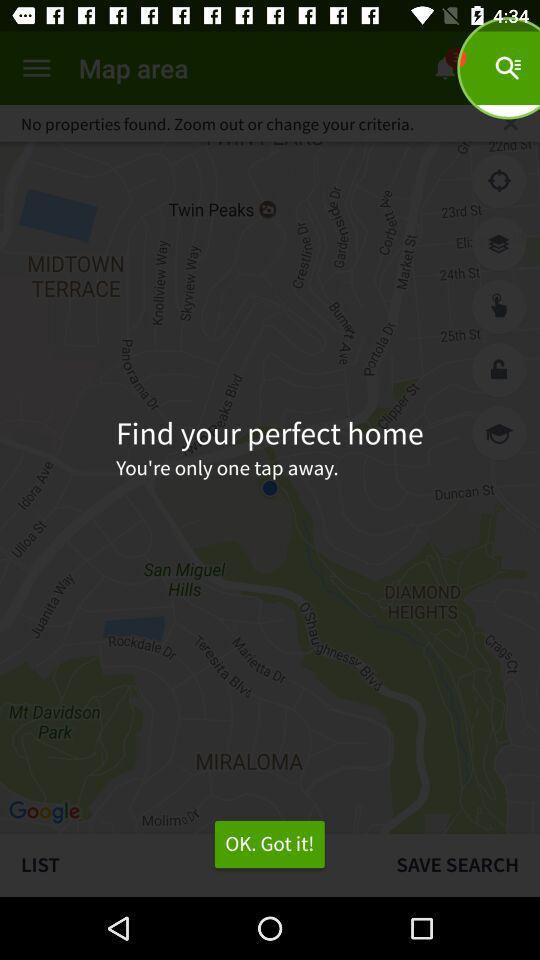 The height and width of the screenshot is (960, 540). What do you see at coordinates (498, 307) in the screenshot?
I see `on map` at bounding box center [498, 307].